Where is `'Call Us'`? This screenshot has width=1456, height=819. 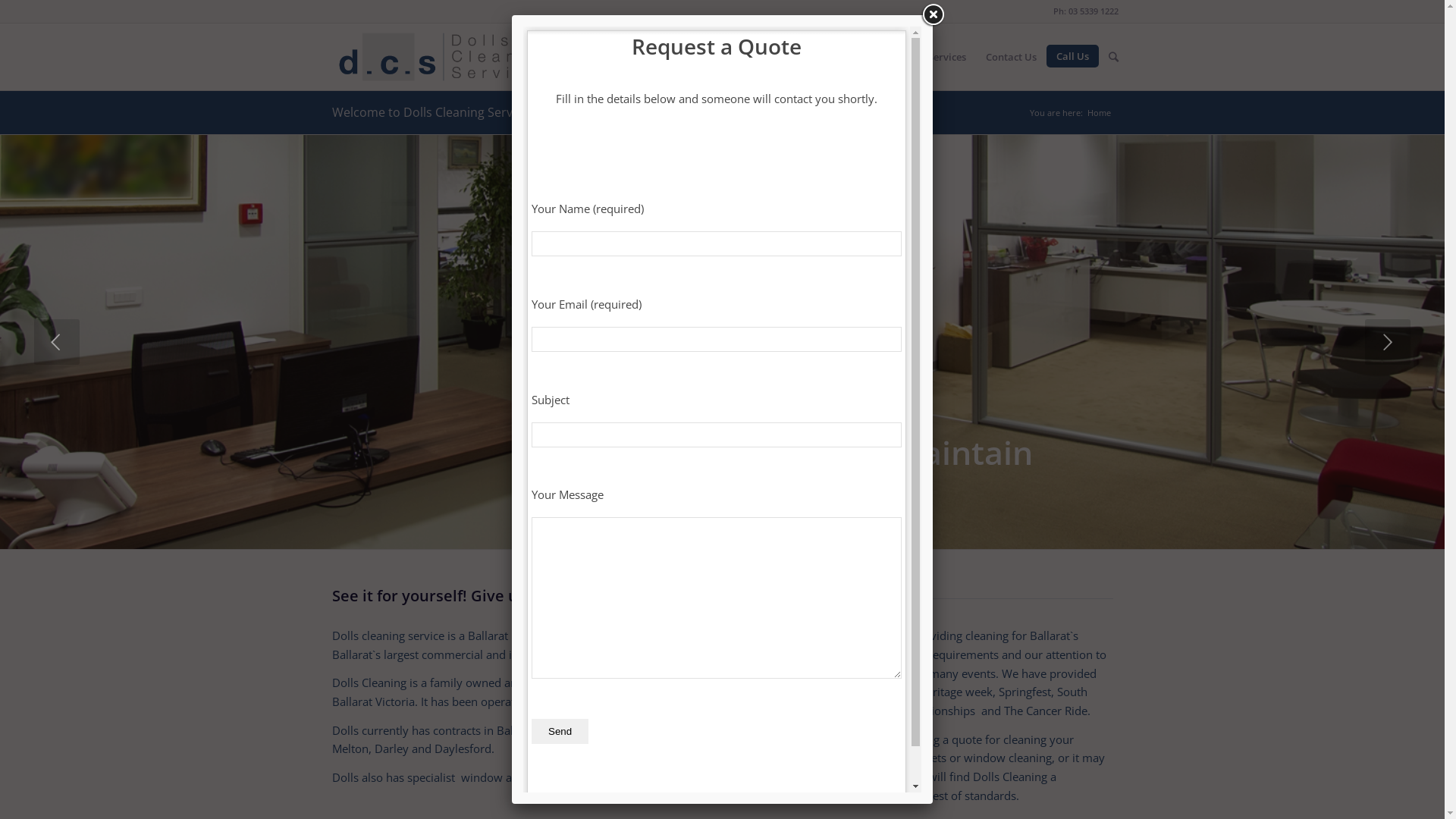
'Call Us' is located at coordinates (1046, 55).